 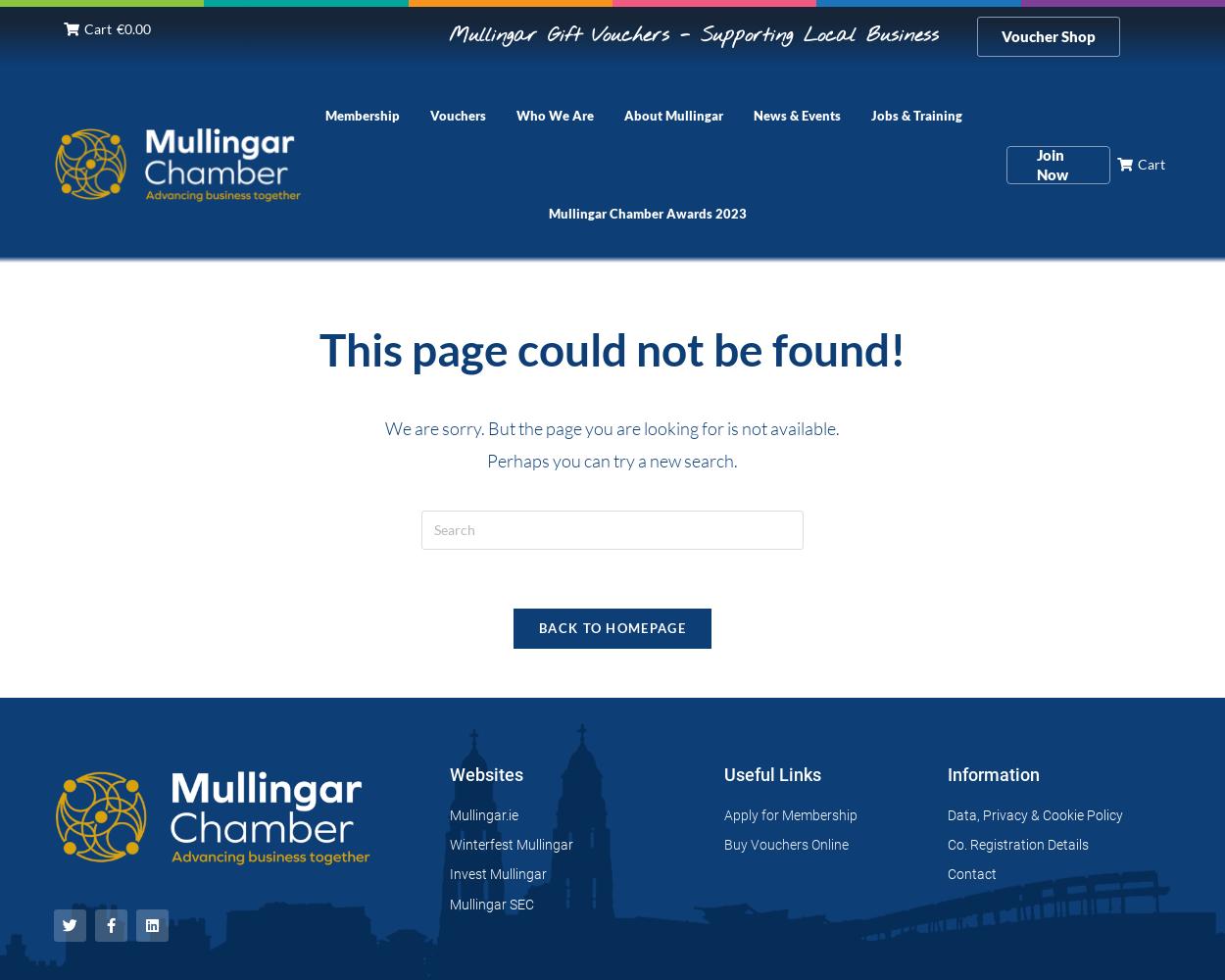 I want to click on 'Who We Are', so click(x=516, y=115).